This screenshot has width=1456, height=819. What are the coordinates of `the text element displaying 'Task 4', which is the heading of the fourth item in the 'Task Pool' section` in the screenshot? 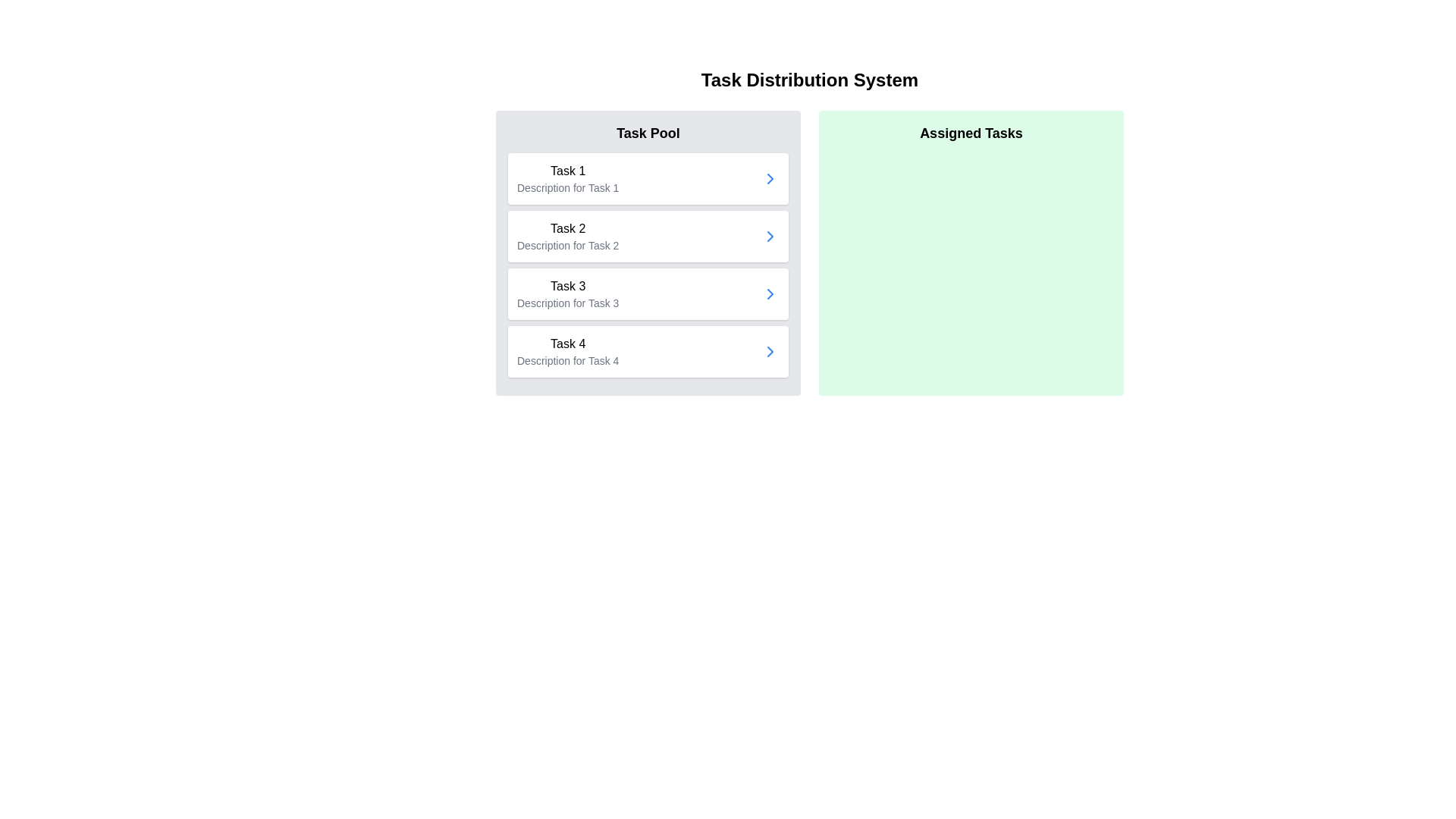 It's located at (567, 344).